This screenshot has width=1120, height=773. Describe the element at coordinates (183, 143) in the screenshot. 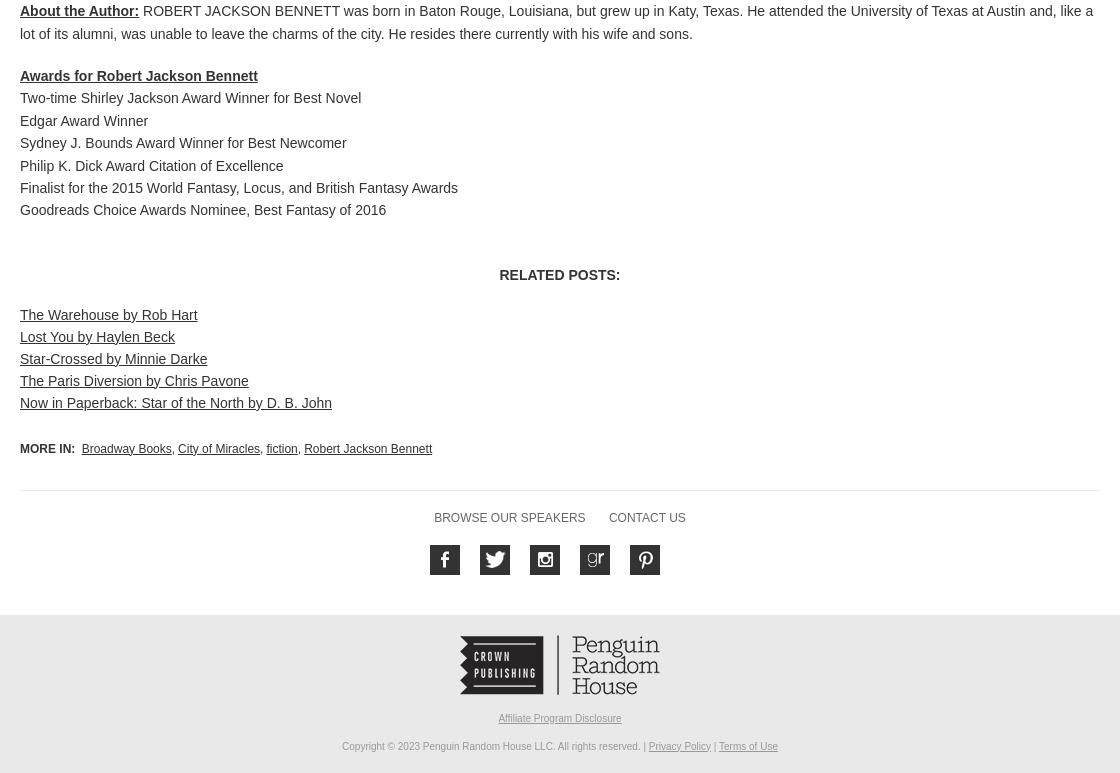

I see `'Sydney J. Bounds Award Winner for Best Newcomer'` at that location.